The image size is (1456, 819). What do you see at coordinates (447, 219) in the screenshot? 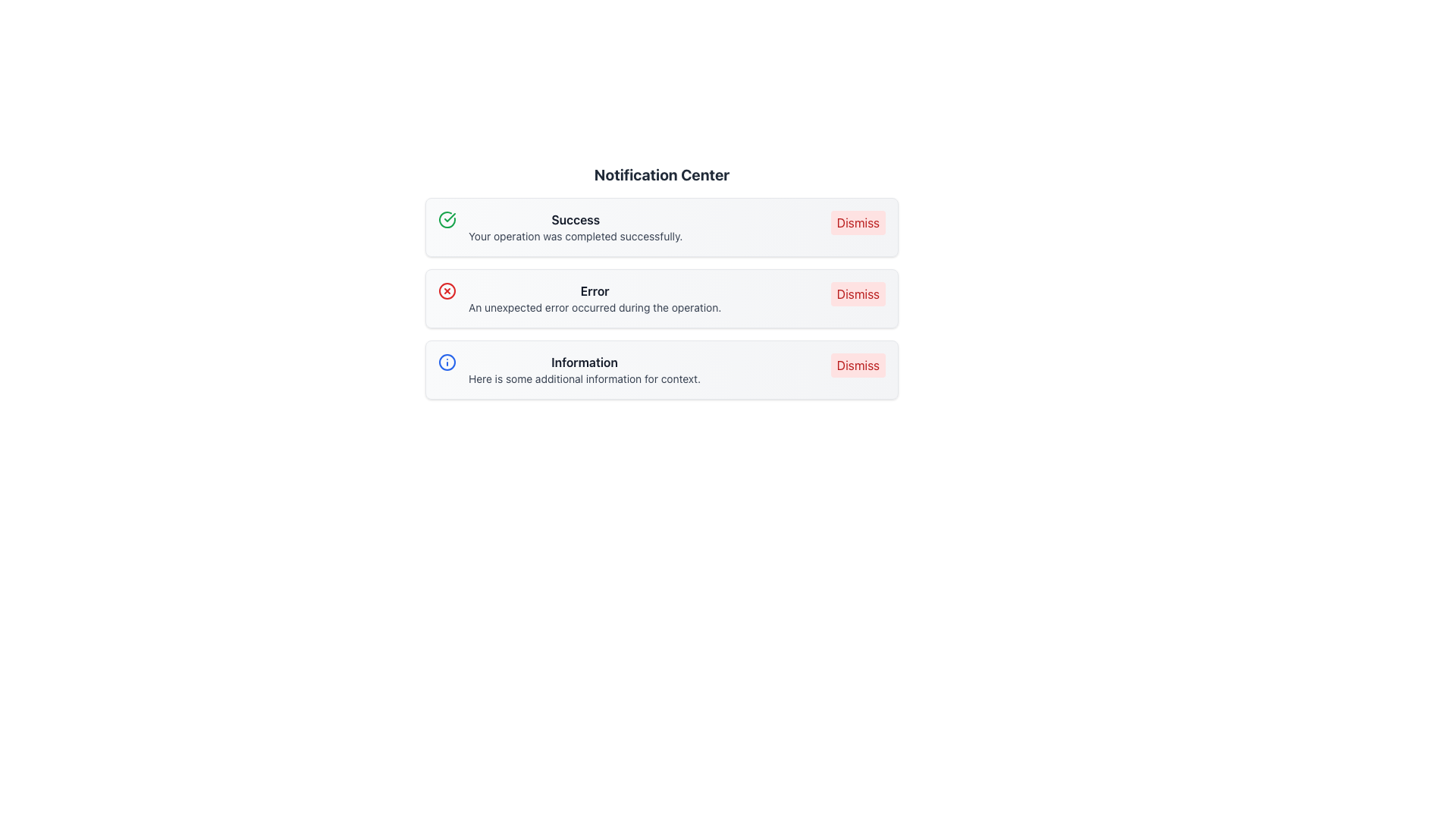
I see `the success indicator icon located in the first notification item under the 'Notification Center', positioned to the left of the text 'Success'` at bounding box center [447, 219].